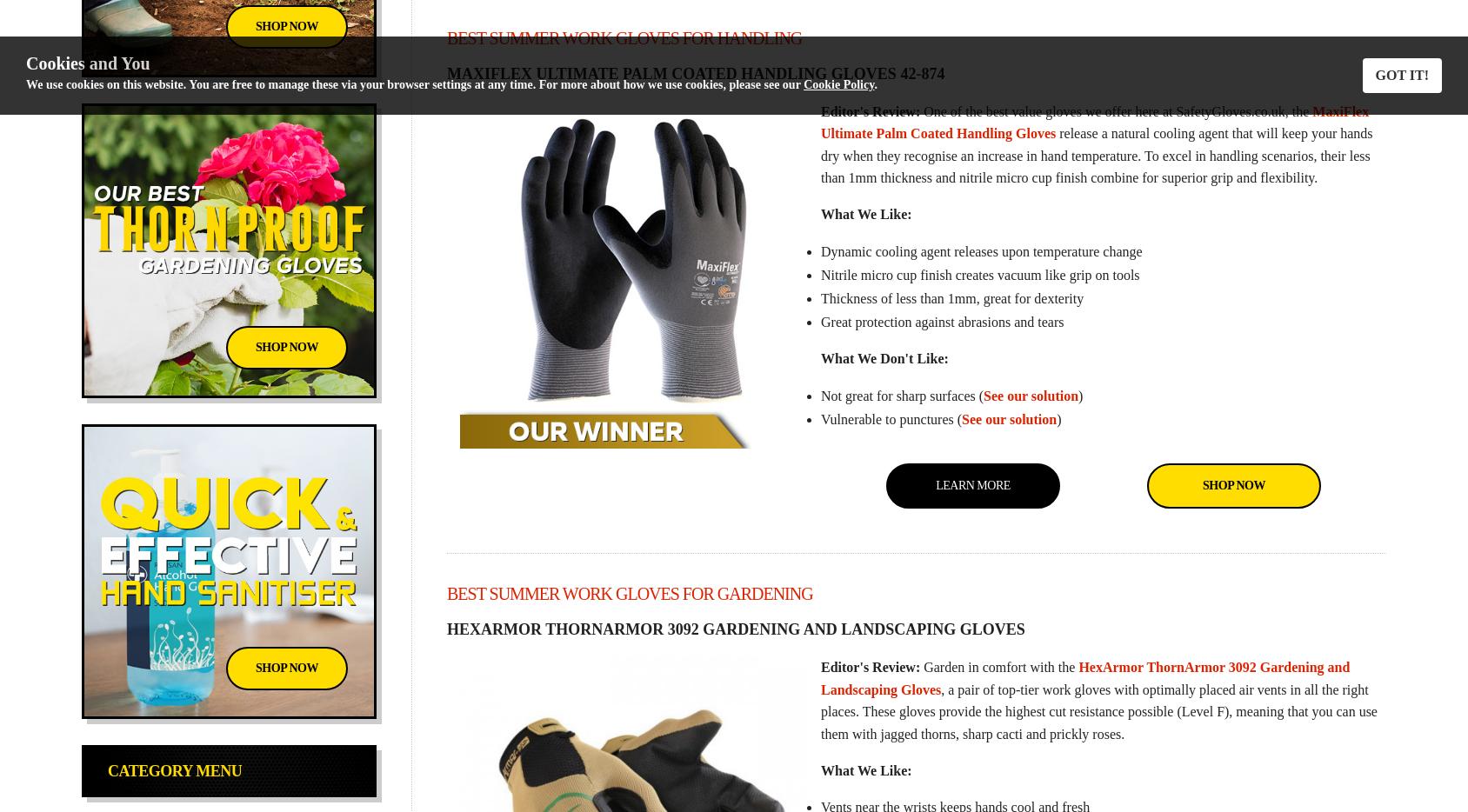 Image resolution: width=1468 pixels, height=812 pixels. Describe the element at coordinates (628, 593) in the screenshot. I see `'Best Summer Work Gloves for Gardening'` at that location.